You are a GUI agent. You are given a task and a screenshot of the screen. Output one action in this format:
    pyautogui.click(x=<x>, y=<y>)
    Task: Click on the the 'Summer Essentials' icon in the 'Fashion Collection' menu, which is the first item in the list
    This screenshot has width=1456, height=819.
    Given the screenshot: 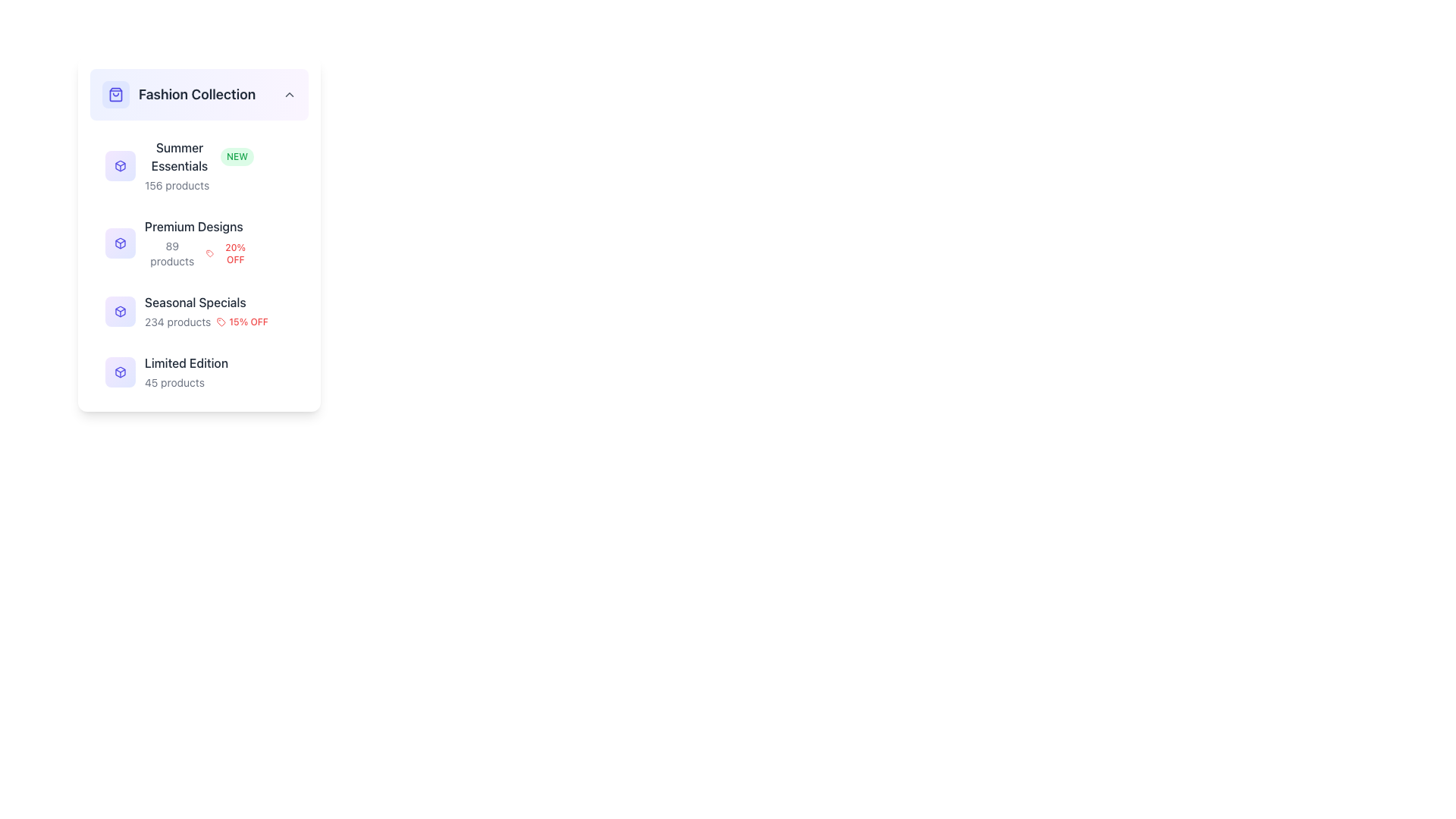 What is the action you would take?
    pyautogui.click(x=119, y=166)
    